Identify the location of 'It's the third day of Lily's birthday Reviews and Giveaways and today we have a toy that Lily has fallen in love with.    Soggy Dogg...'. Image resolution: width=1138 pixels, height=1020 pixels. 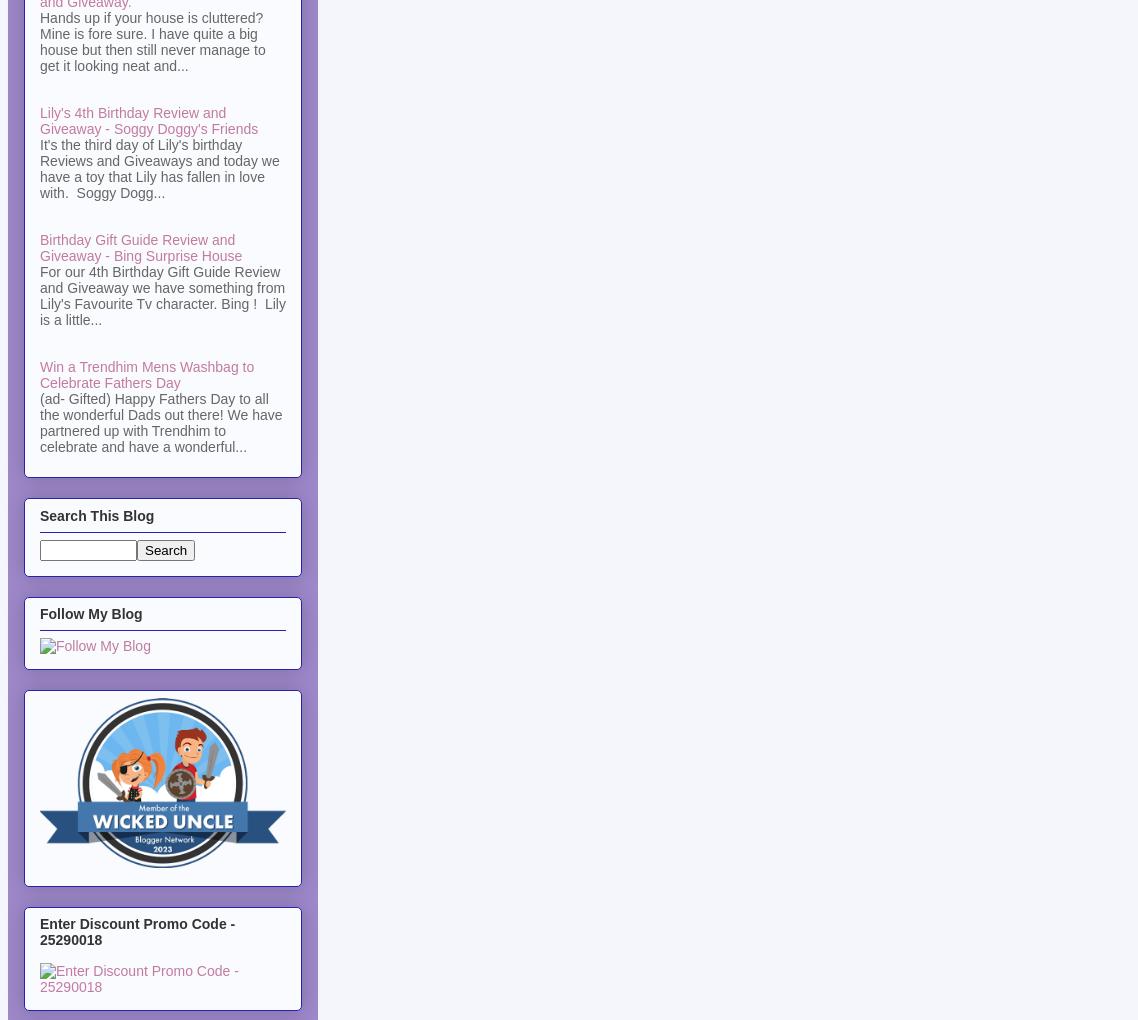
(159, 169).